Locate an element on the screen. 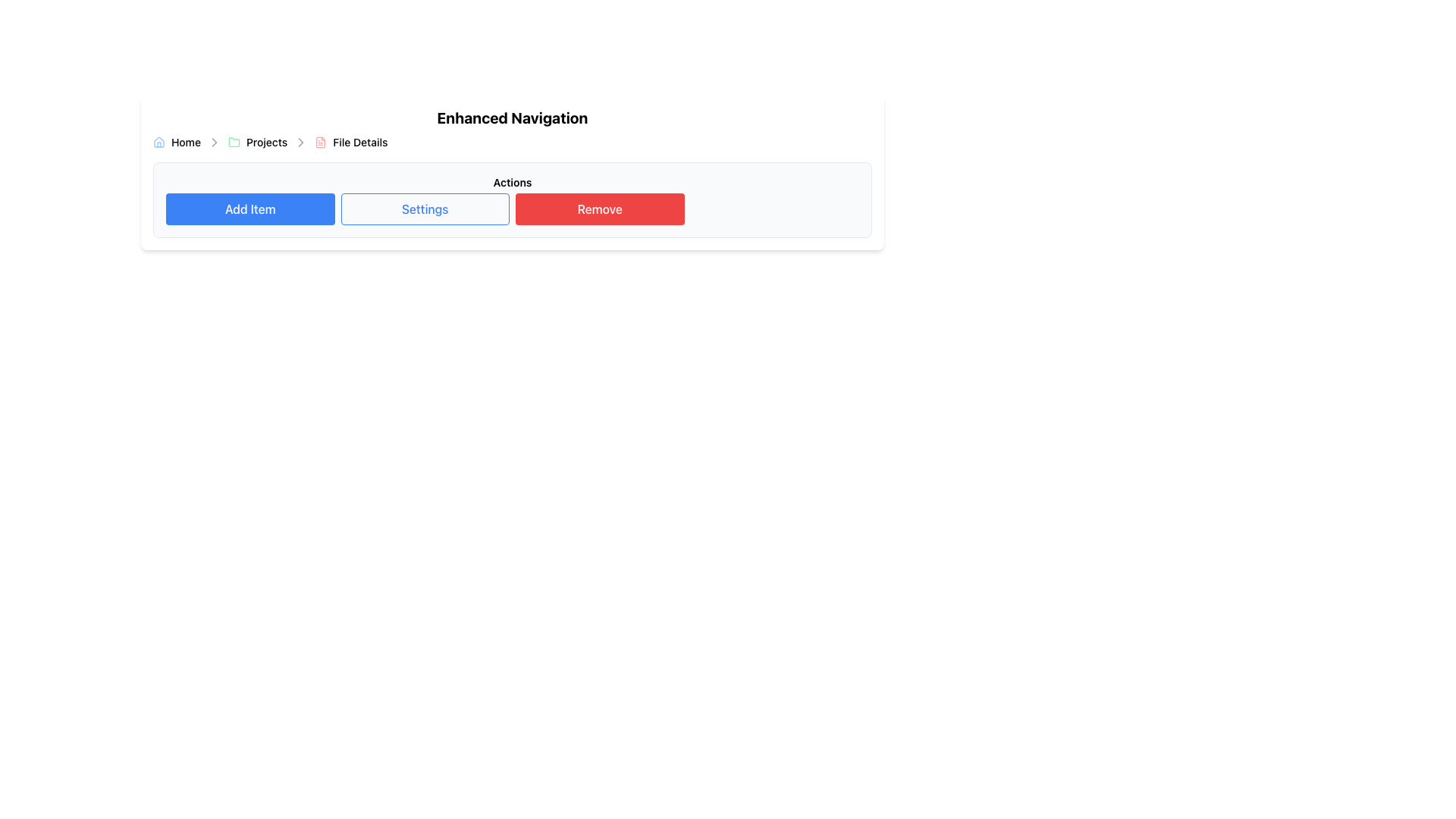 This screenshot has height=819, width=1456. the right-pointing chevron icon in the breadcrumb navigation bar, which is styled with a hollow outline and indicates navigation between 'Home' and 'Projects' is located at coordinates (301, 143).